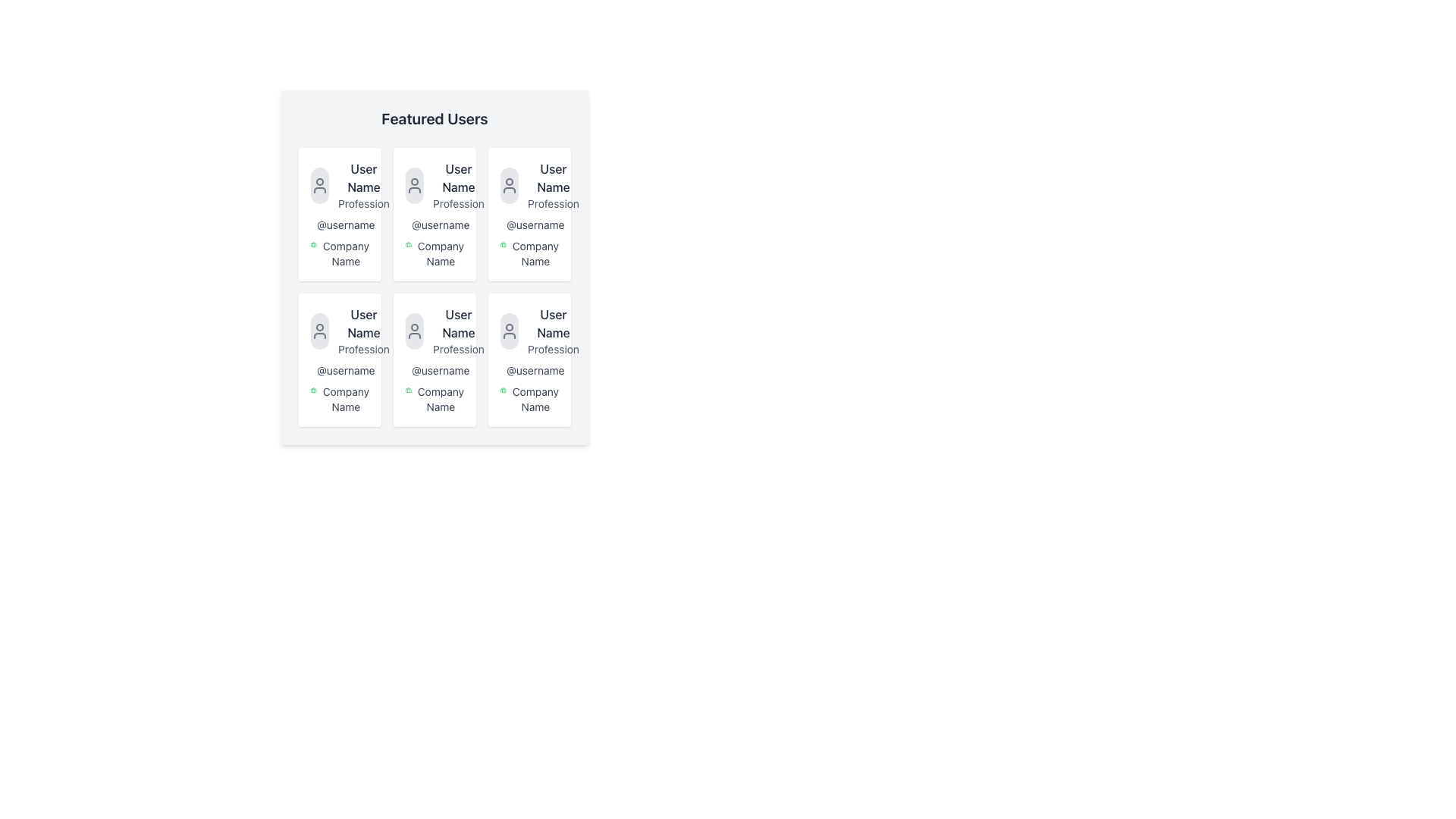 The height and width of the screenshot is (819, 1456). What do you see at coordinates (434, 253) in the screenshot?
I see `the static text label displaying the user's associated company name, which is located in the third card of the first row, below the '@username' text` at bounding box center [434, 253].